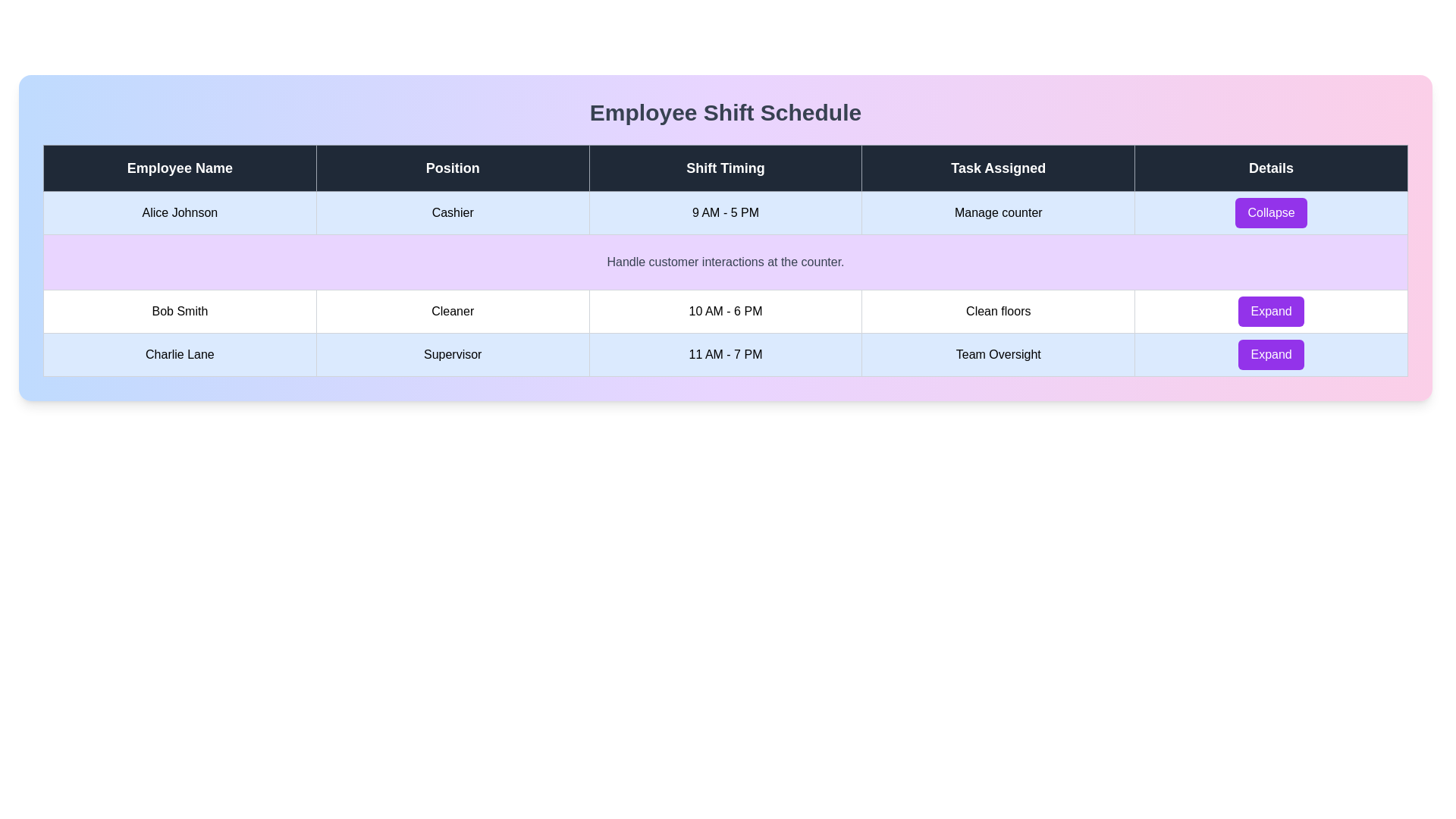 This screenshot has height=819, width=1456. Describe the element at coordinates (1271, 354) in the screenshot. I see `the button located in the last row of the table under the 'Details' column to observe the background color change` at that location.